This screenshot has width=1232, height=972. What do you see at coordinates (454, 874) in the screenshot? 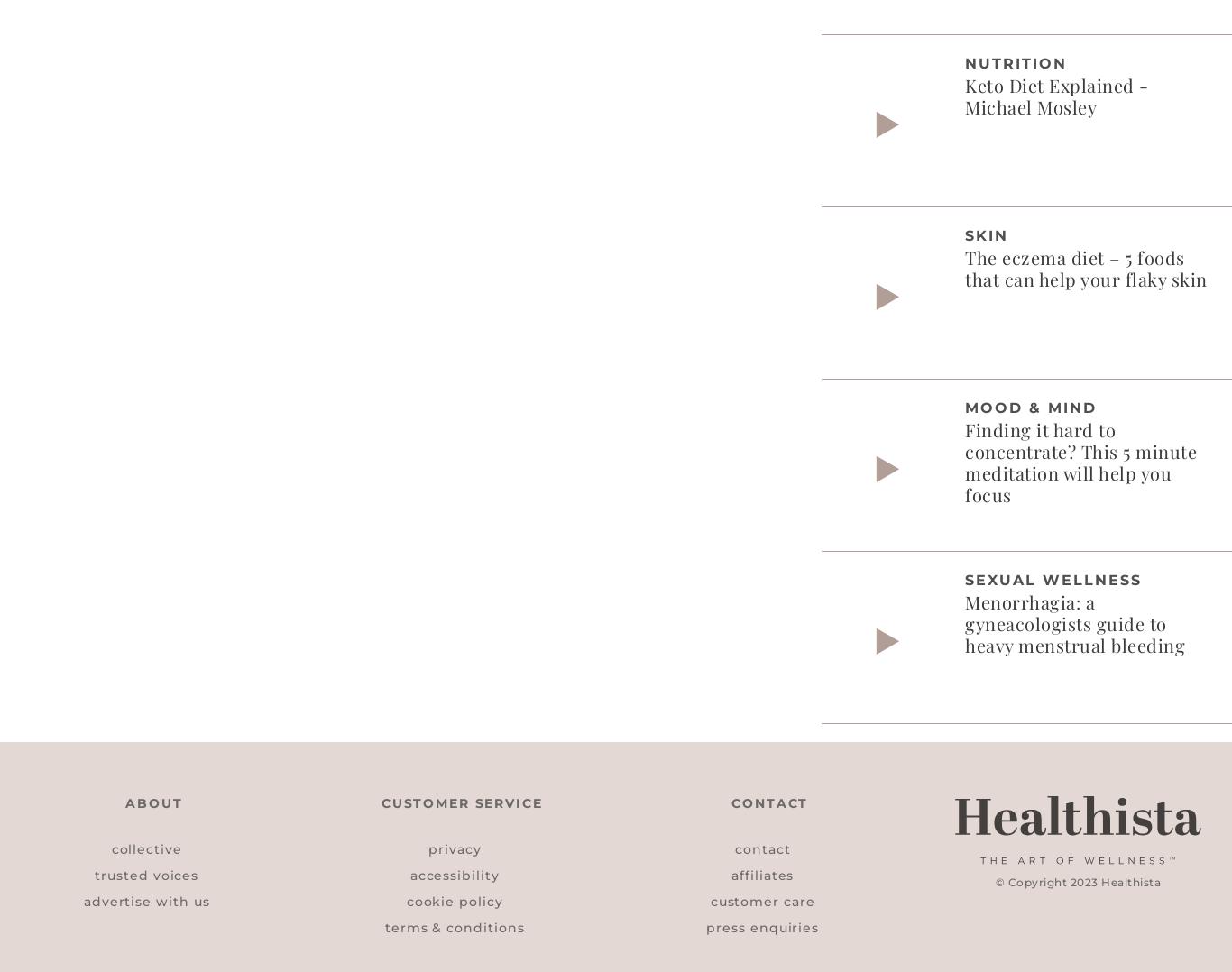
I see `'accessibility'` at bounding box center [454, 874].